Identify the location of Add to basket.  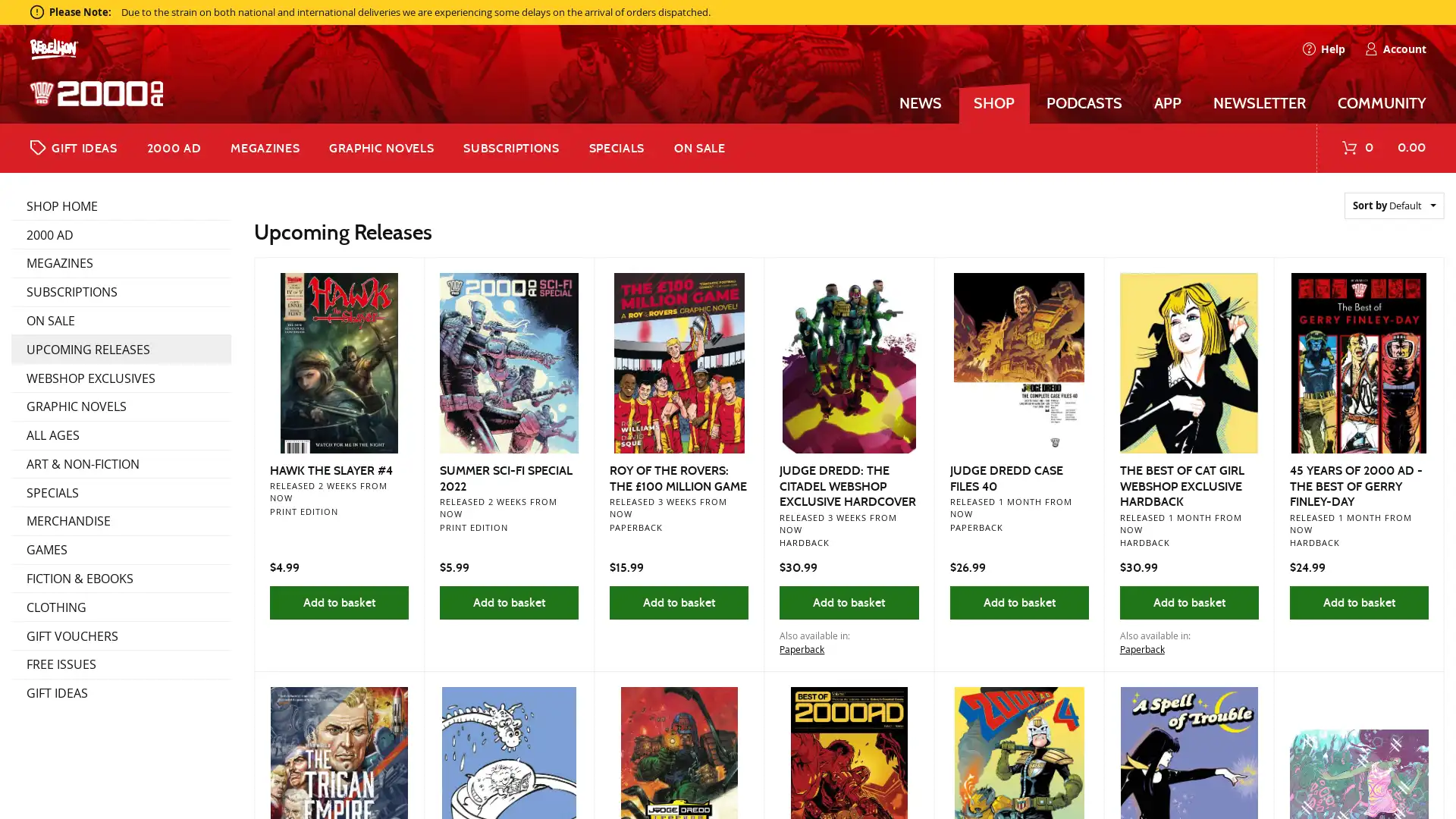
(1188, 601).